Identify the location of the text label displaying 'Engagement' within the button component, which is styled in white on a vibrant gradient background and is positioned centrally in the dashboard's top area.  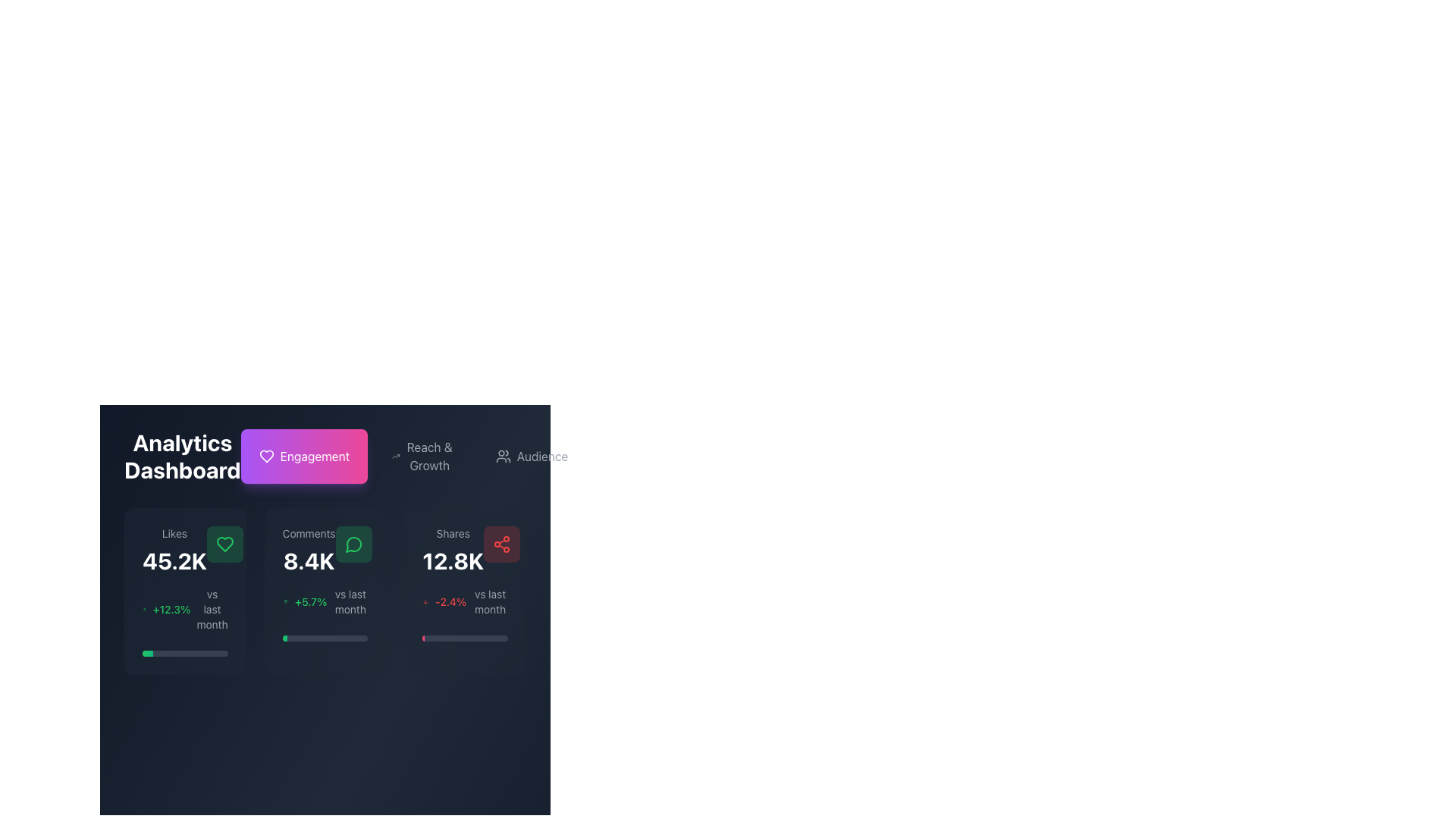
(314, 455).